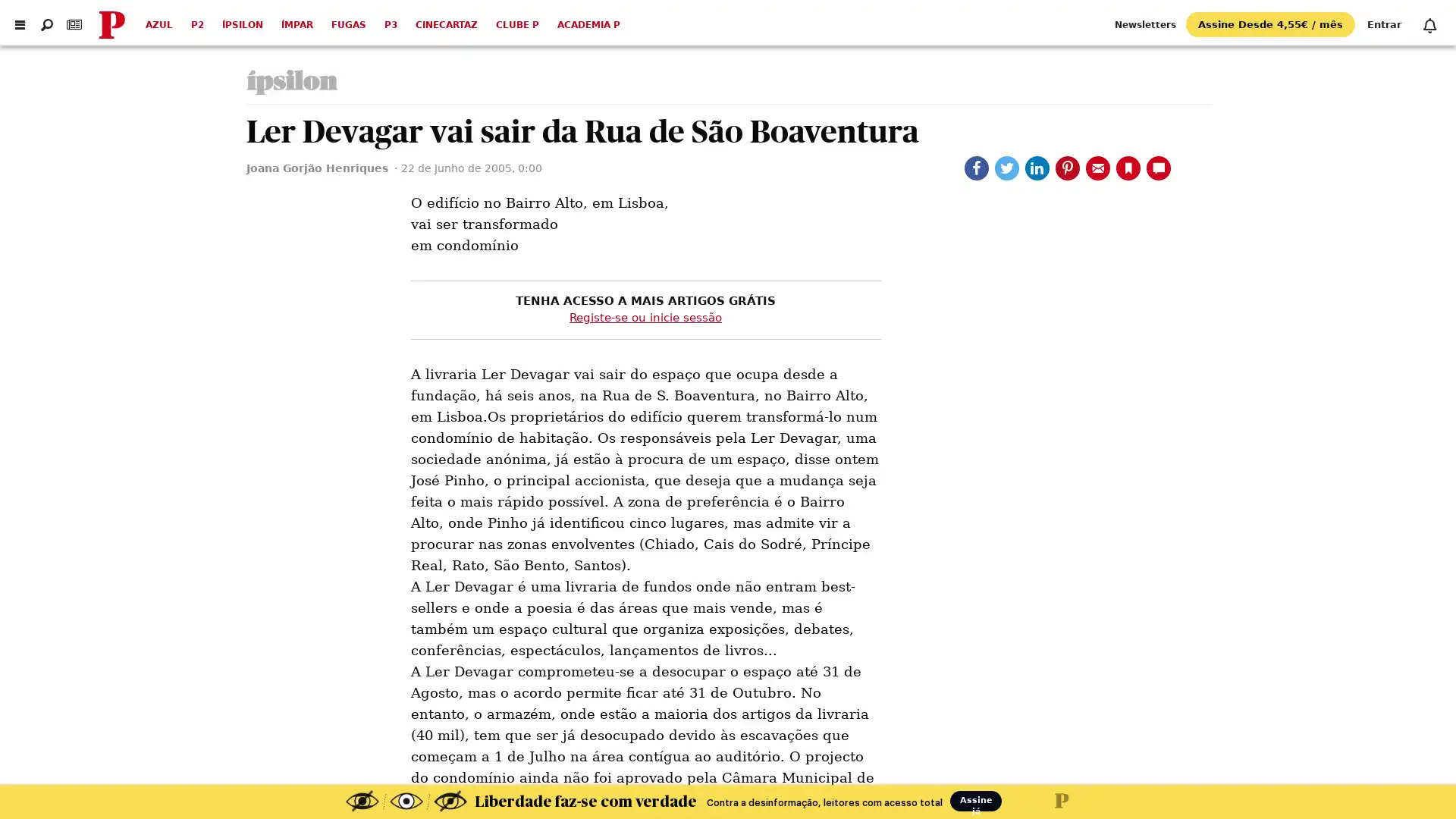 Image resolution: width=1456 pixels, height=819 pixels. I want to click on Entrar, so click(1384, 24).